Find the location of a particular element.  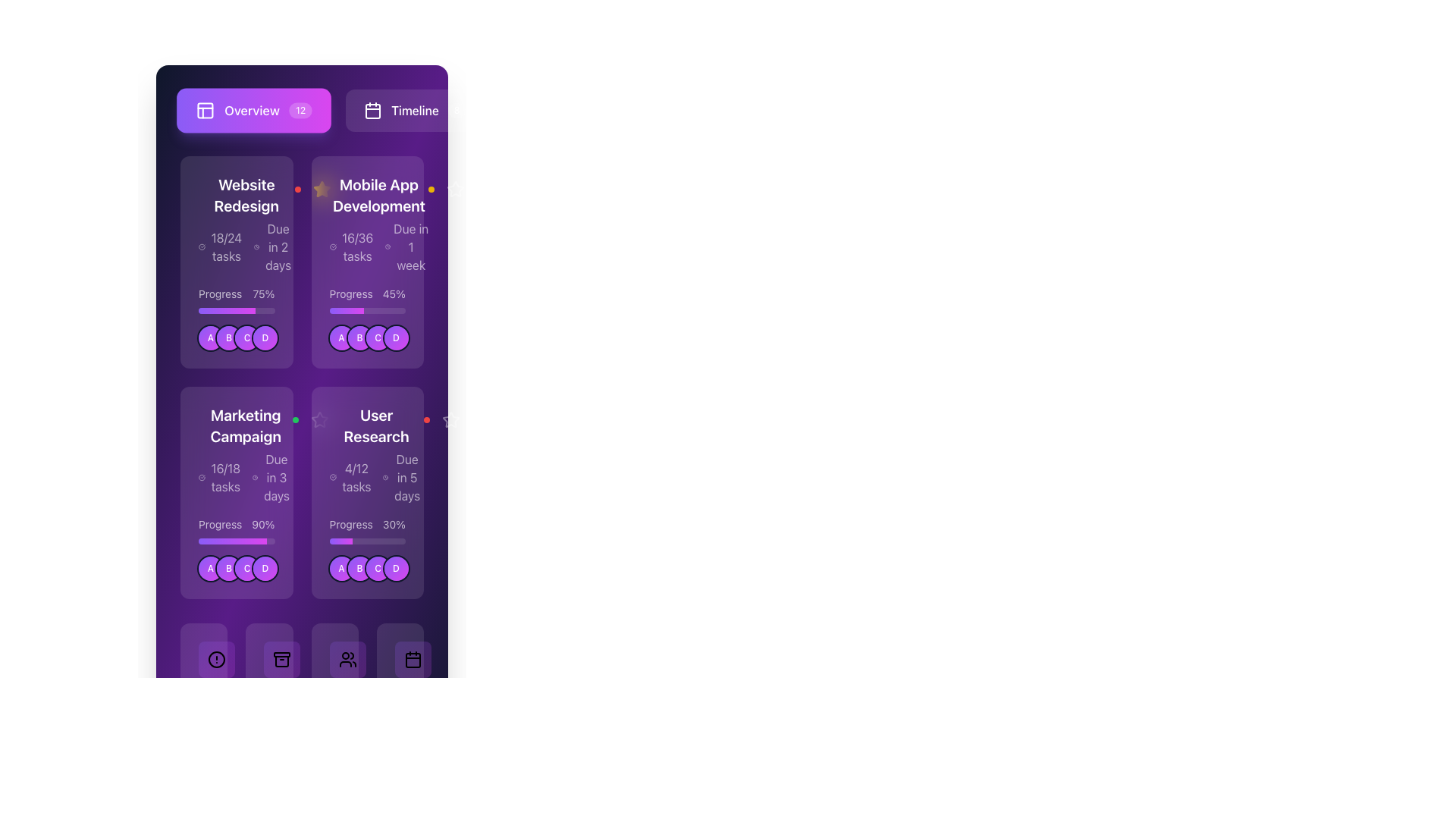

keyboard navigation is located at coordinates (236, 262).